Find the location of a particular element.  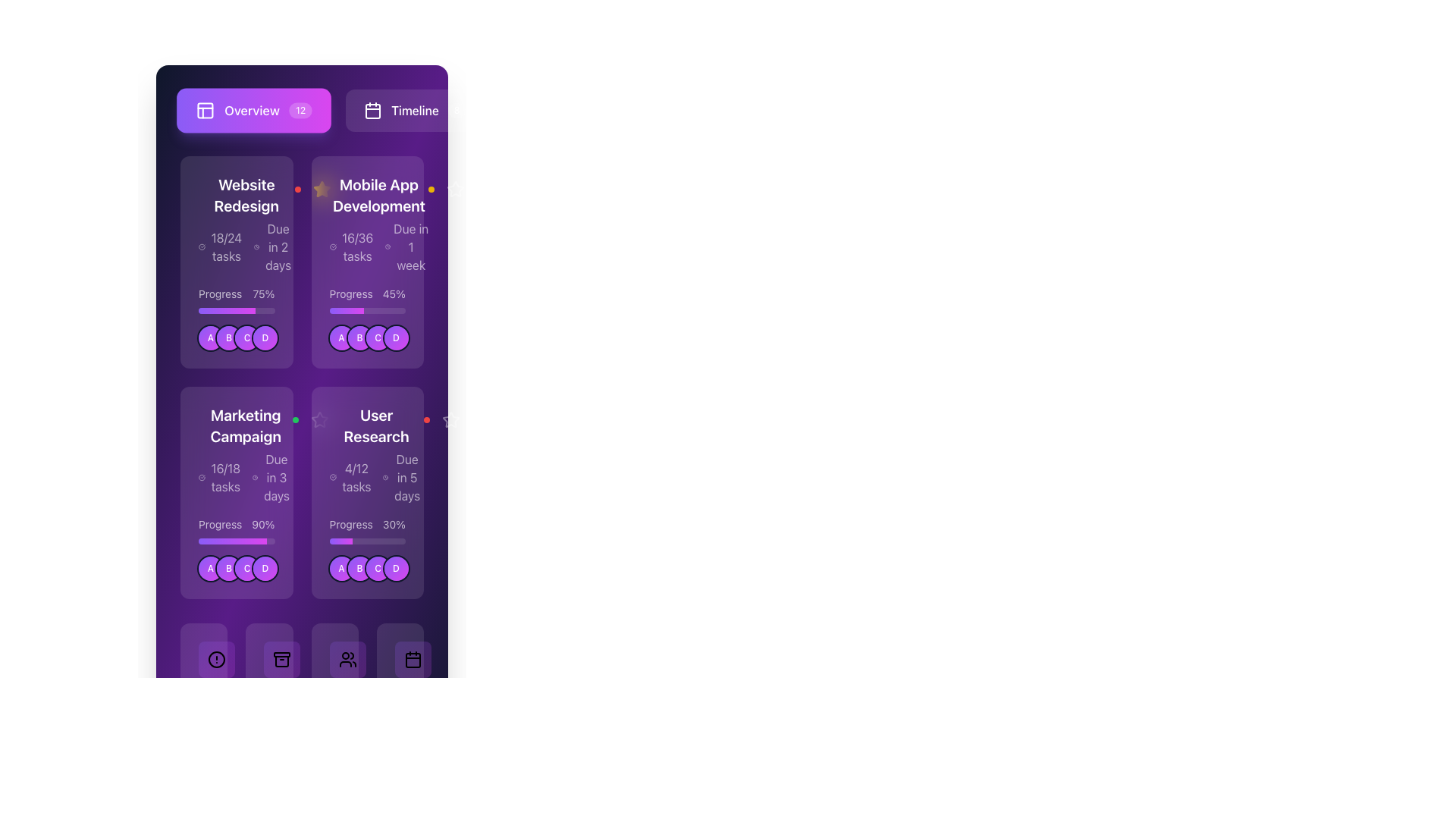

keyboard navigation is located at coordinates (236, 262).